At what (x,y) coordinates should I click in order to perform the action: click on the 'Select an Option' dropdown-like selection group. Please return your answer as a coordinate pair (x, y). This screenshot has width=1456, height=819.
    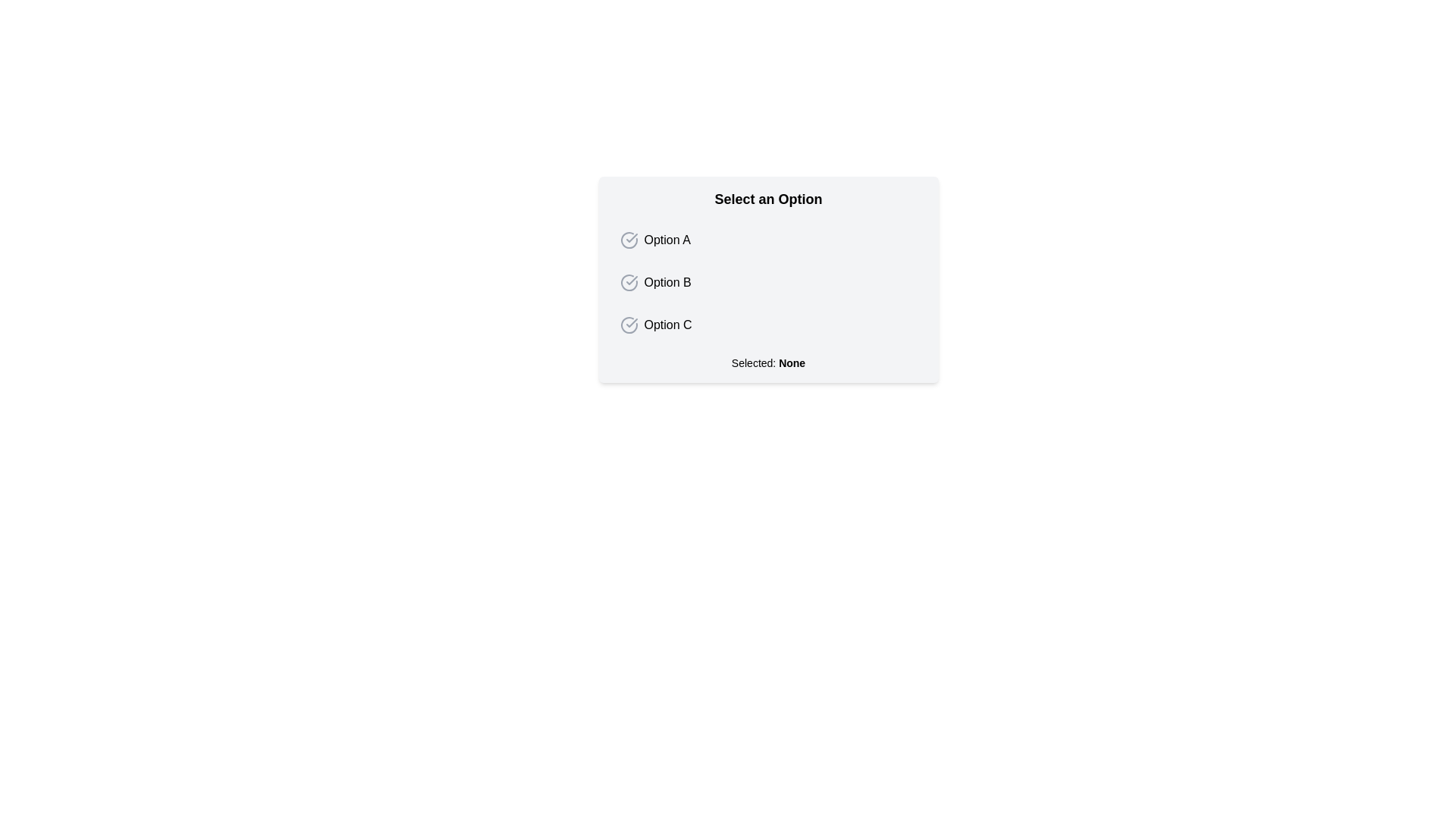
    Looking at the image, I should click on (768, 280).